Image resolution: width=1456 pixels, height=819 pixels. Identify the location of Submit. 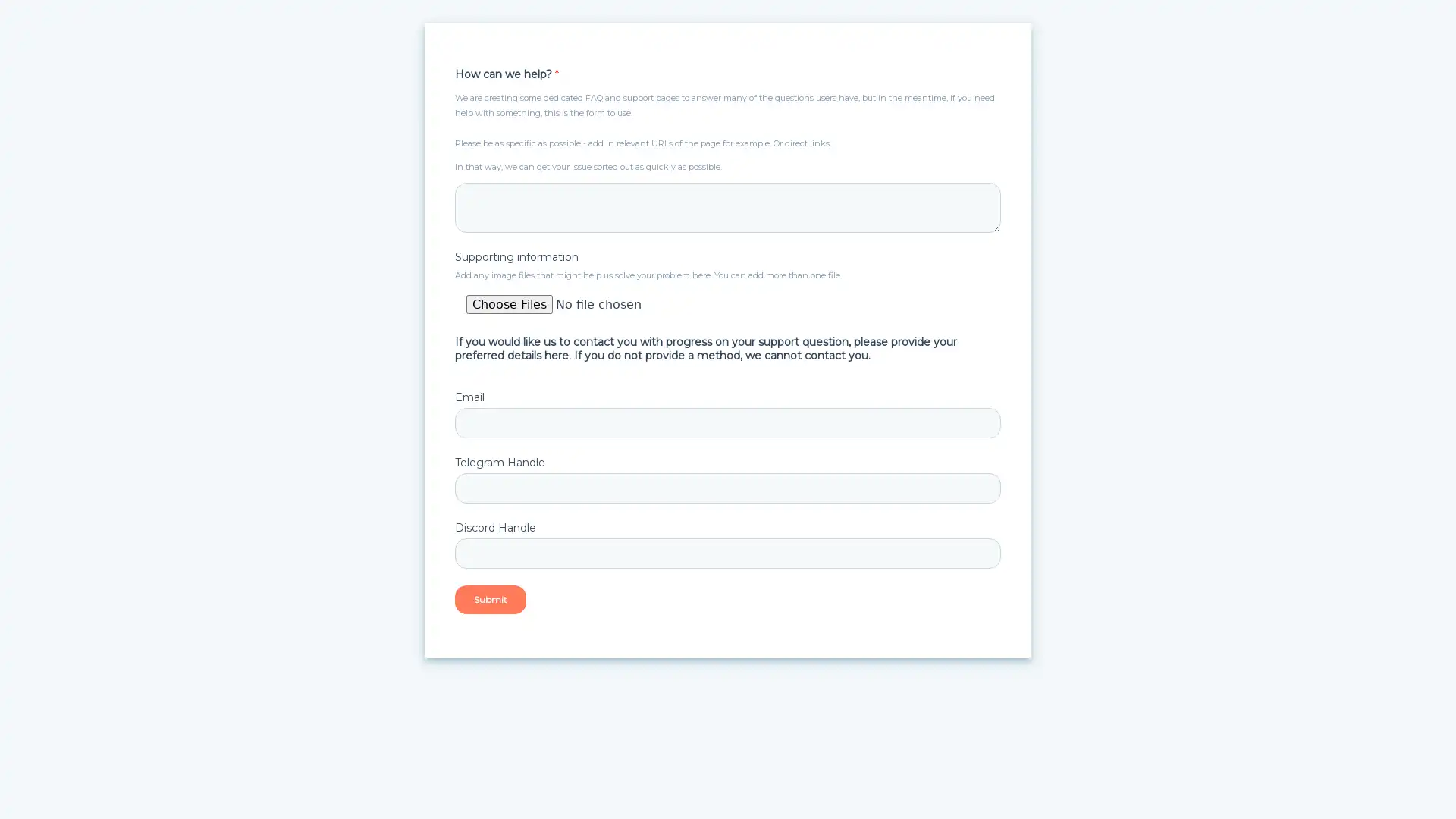
(491, 752).